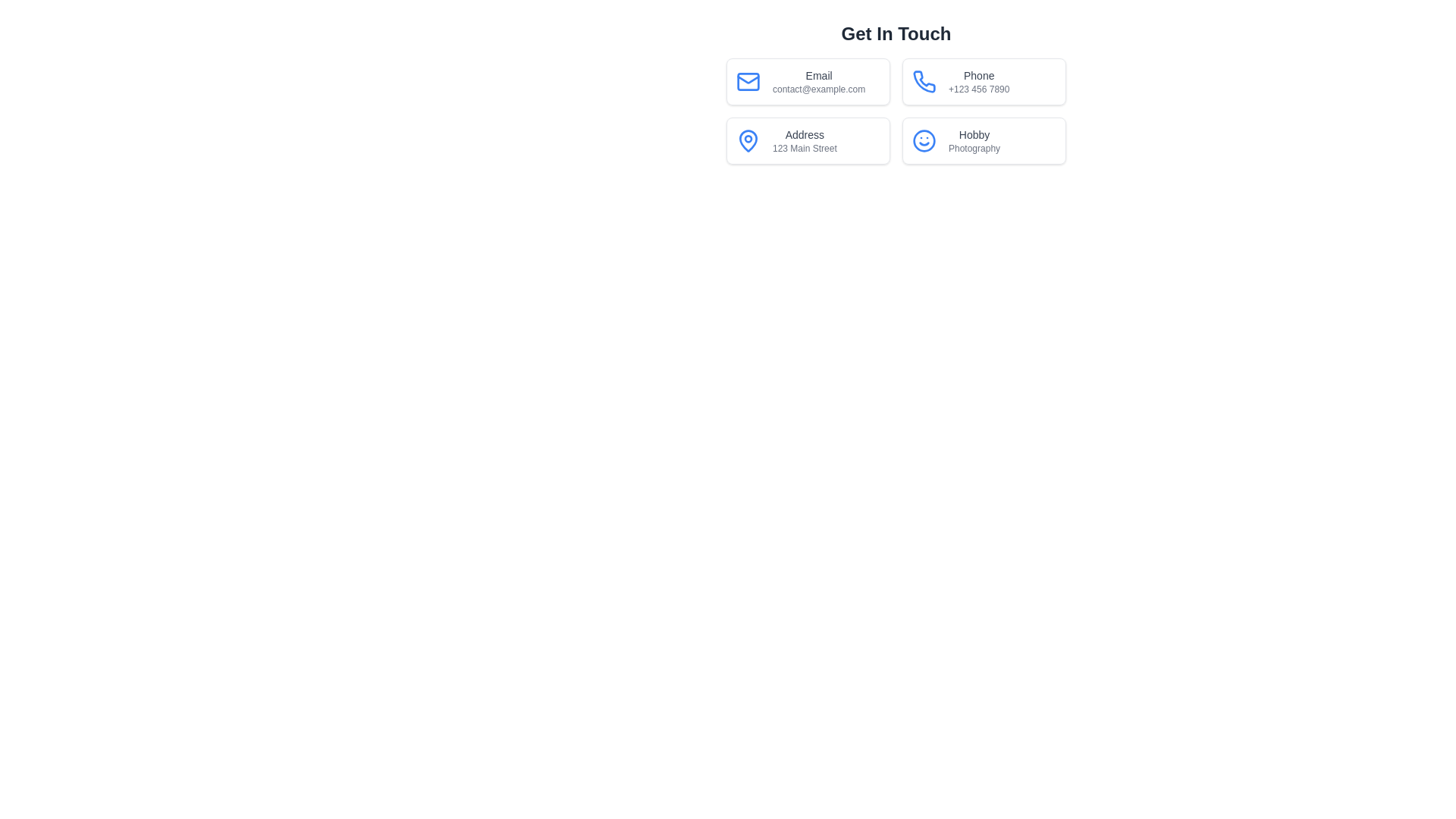 Image resolution: width=1456 pixels, height=819 pixels. Describe the element at coordinates (804, 149) in the screenshot. I see `the text label displaying '123 Main Street', which is located under the 'Address' label in the bottom-left quadrant of the layout` at that location.